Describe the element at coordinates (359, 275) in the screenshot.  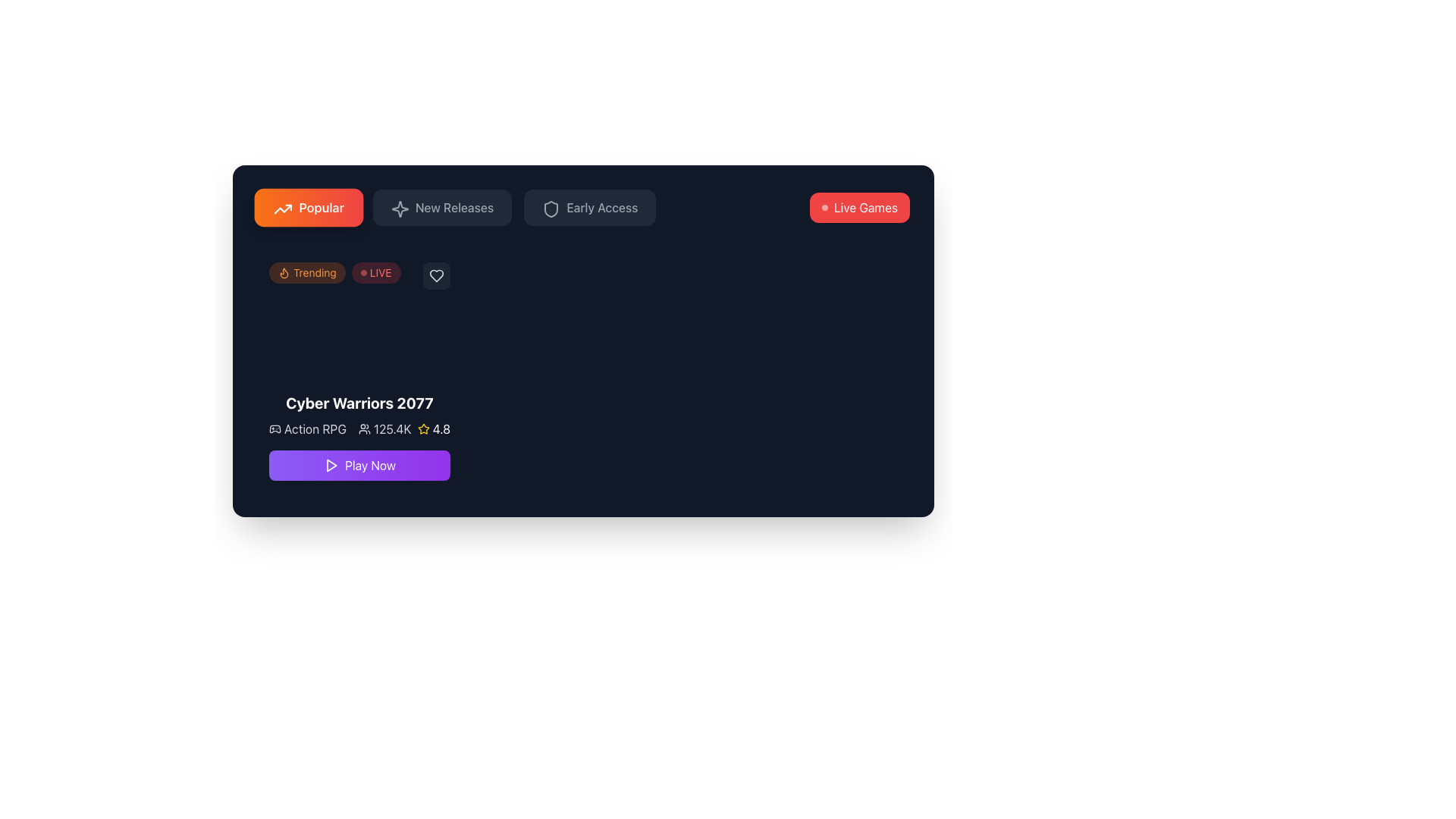
I see `the Status label or badge group located at the top-left corner of the card for 'Cyber Warriors 2077', which indicates the status or highlight of the associated content` at that location.